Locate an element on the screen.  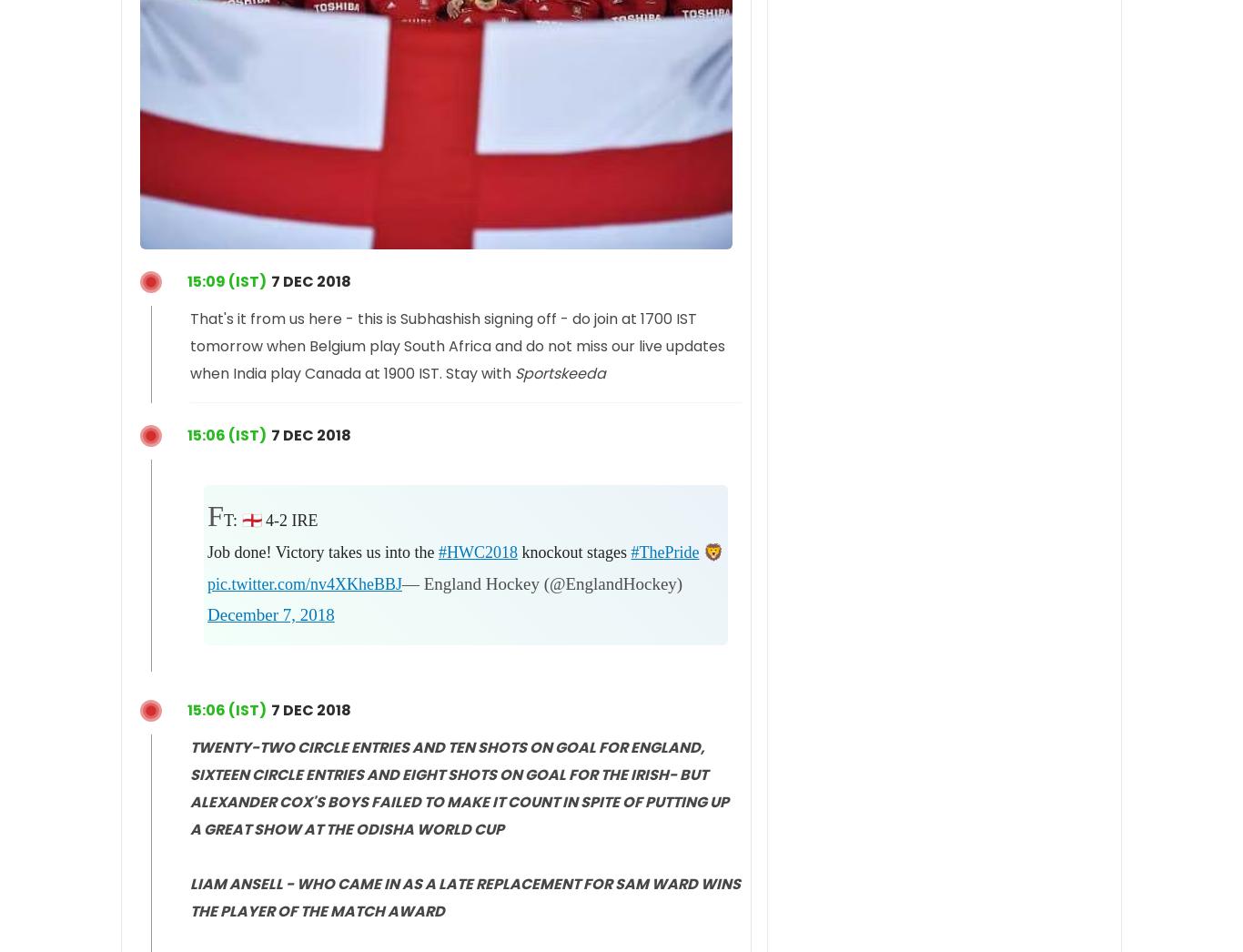
'TWENTY-TWO CIRCLE ENTRIES AND TEN SHOTS ON GOAL FOR ENGLAND, SIXTEEN CIRCLE ENTRIES AND EIGHT SHOTS ON GOAL FOR THE IRISH- BUT ALEXANDER COX'S BOYS FAILED TO MAKE IT COUNT IN SPITE OF PUTTING UP A GREAT SHOW AT THE ODISHA WORLD CUP' is located at coordinates (460, 786).